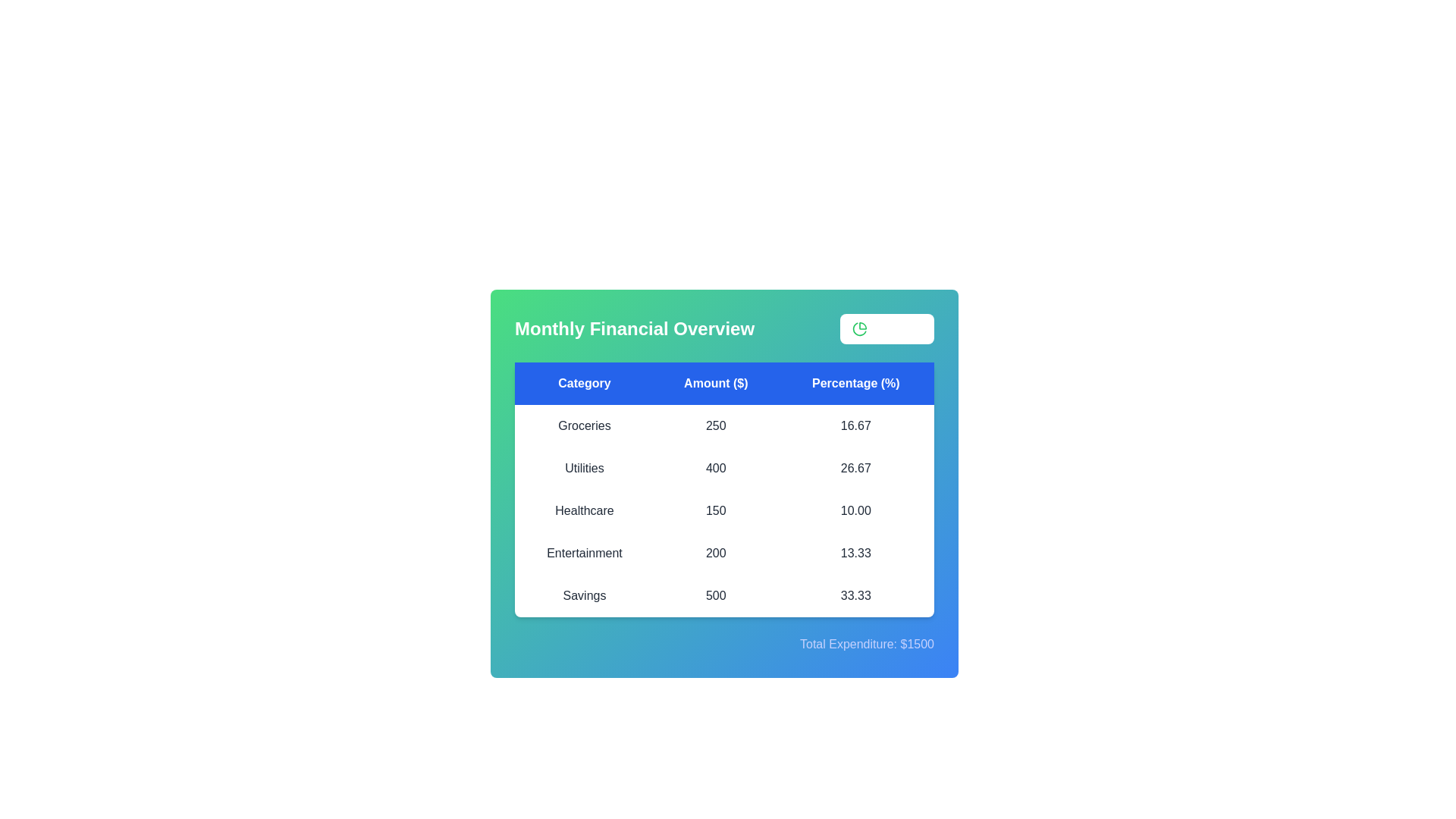  What do you see at coordinates (723, 553) in the screenshot?
I see `the table row corresponding to Entertainment` at bounding box center [723, 553].